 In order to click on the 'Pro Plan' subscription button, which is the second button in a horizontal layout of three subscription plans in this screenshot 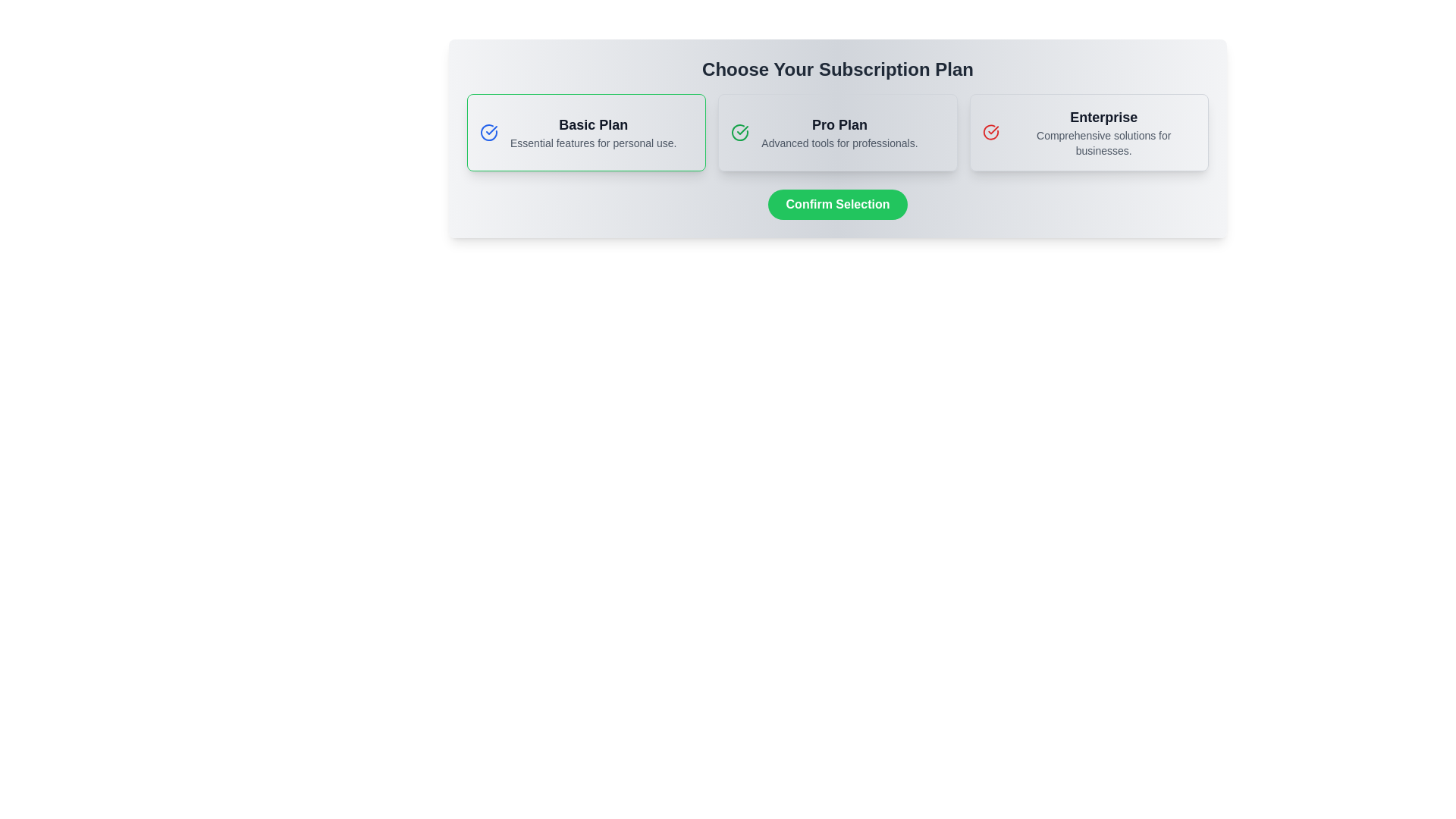, I will do `click(836, 131)`.